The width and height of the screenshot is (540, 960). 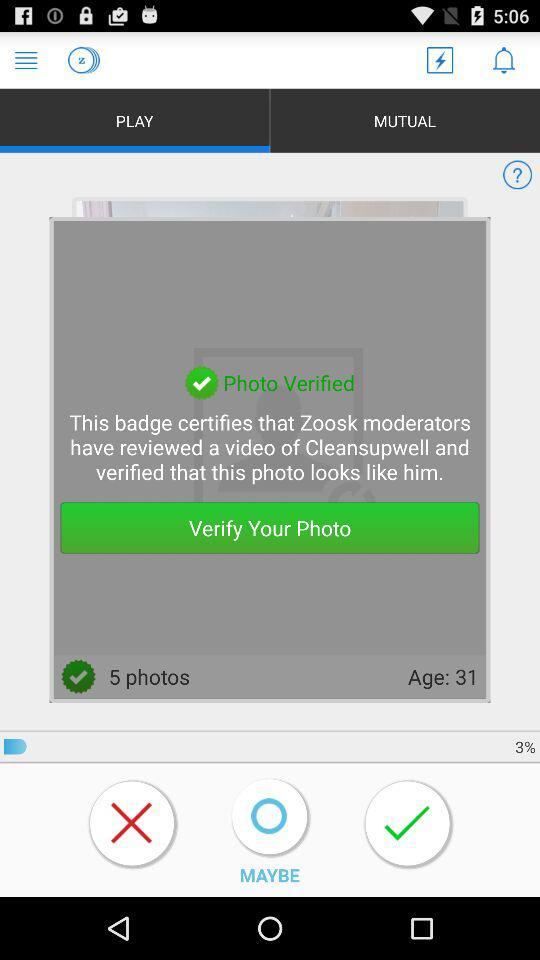 I want to click on the check icon, so click(x=77, y=723).